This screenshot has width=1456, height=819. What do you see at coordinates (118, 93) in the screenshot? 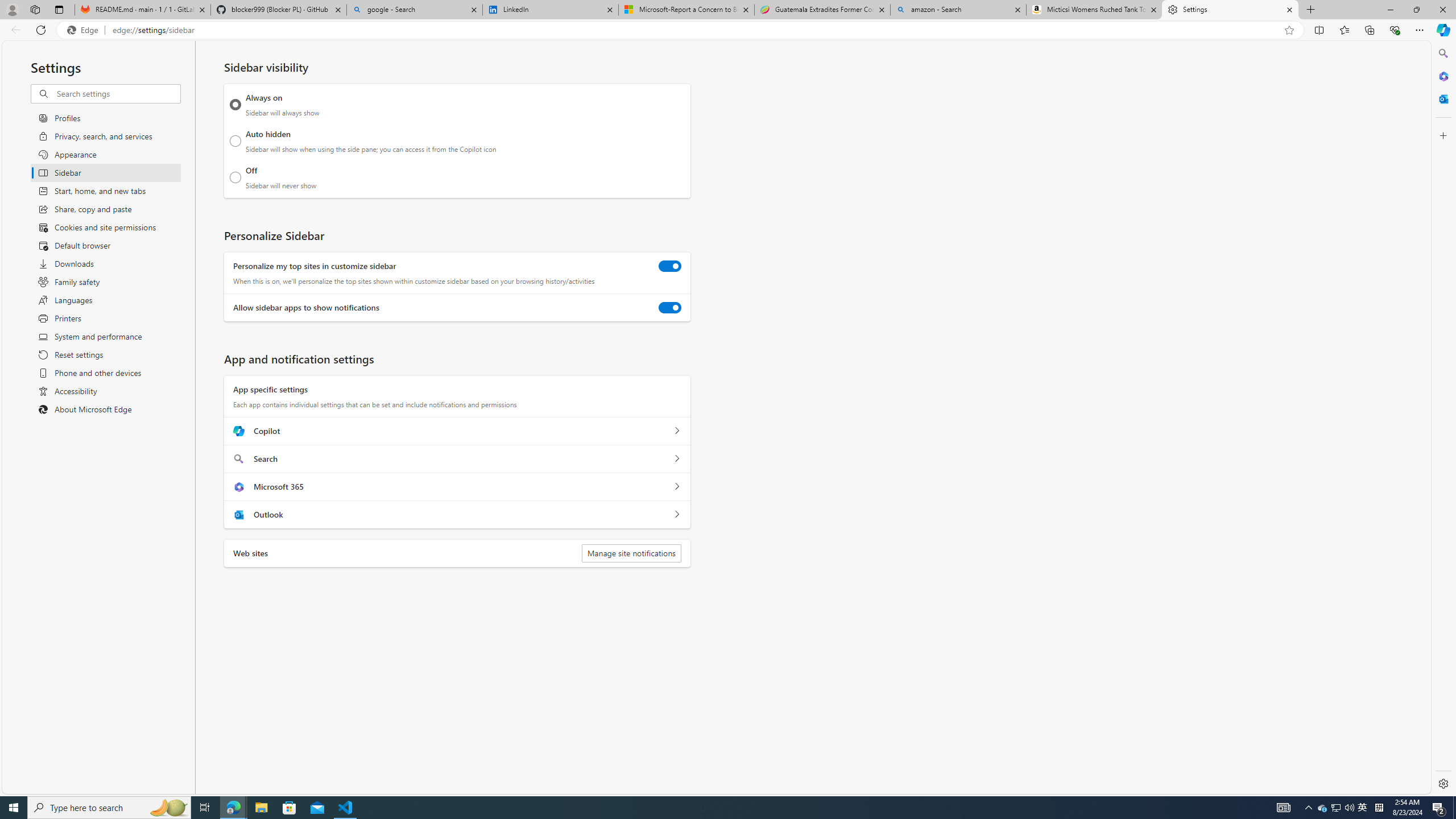
I see `'Search settings'` at bounding box center [118, 93].